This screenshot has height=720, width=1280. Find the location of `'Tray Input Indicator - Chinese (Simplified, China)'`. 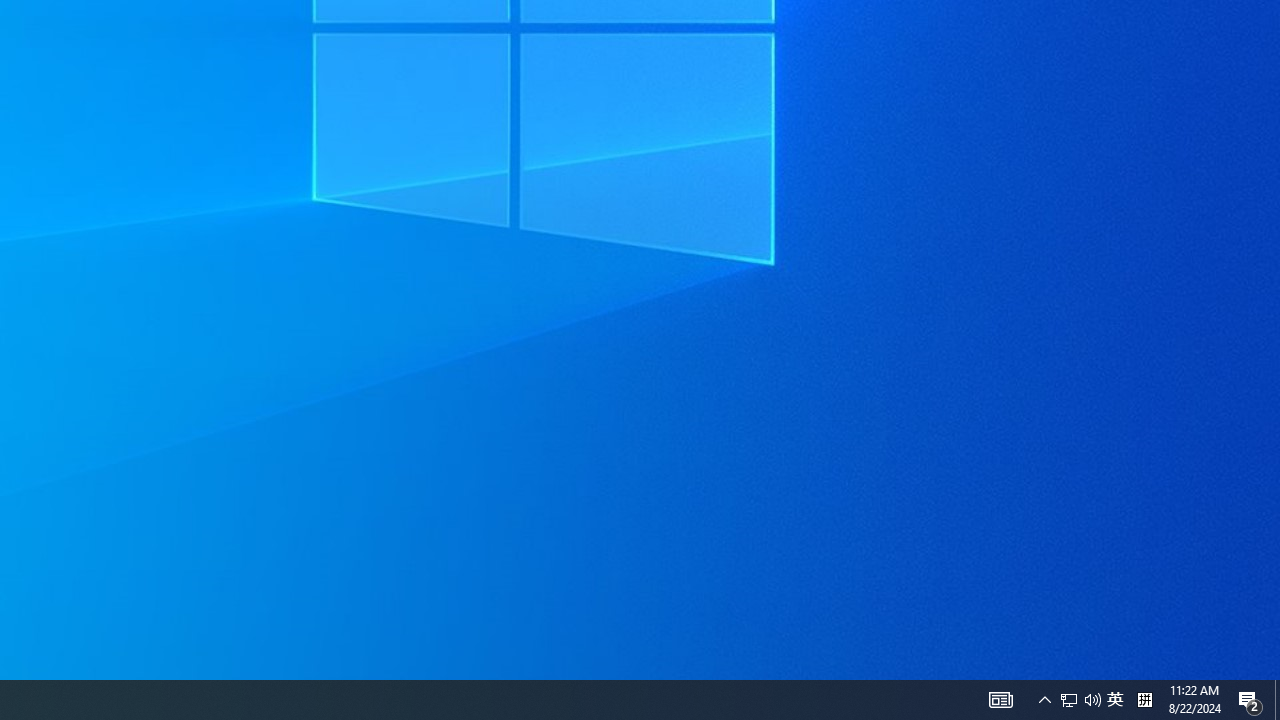

'Tray Input Indicator - Chinese (Simplified, China)' is located at coordinates (1144, 698).